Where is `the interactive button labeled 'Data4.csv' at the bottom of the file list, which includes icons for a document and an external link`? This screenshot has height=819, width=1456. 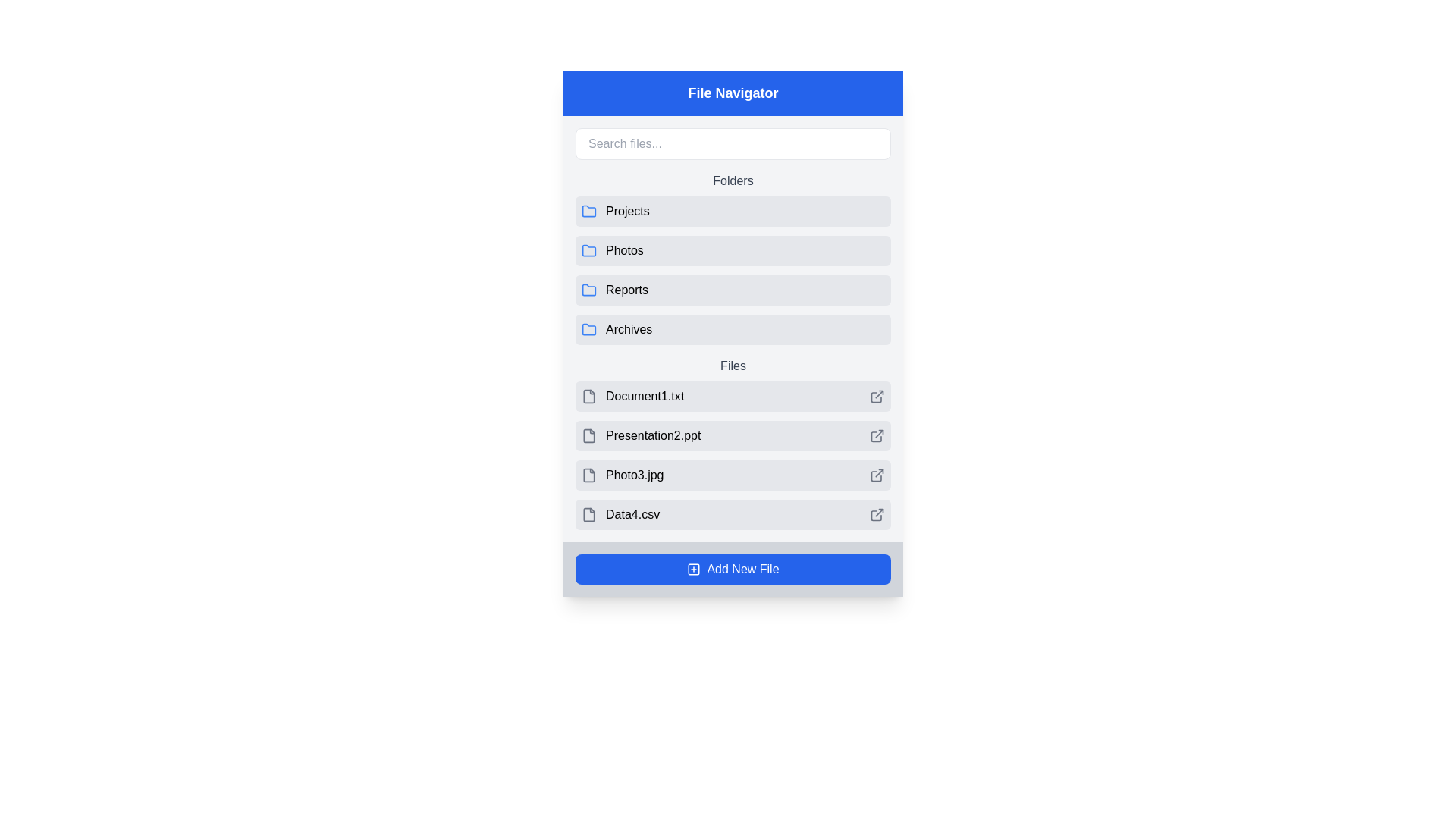 the interactive button labeled 'Data4.csv' at the bottom of the file list, which includes icons for a document and an external link is located at coordinates (733, 513).